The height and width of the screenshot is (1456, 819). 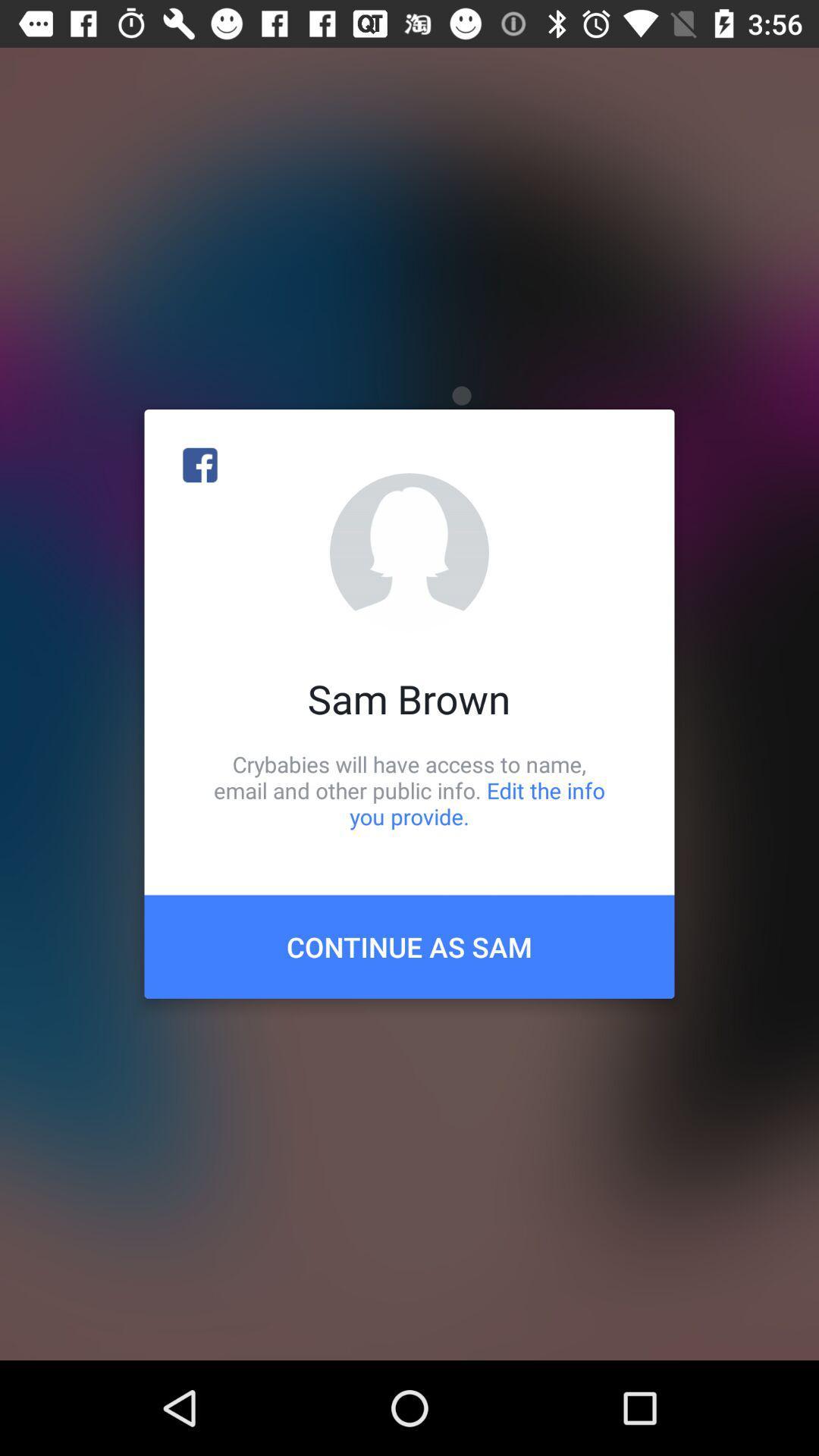 I want to click on the continue as sam icon, so click(x=409, y=946).